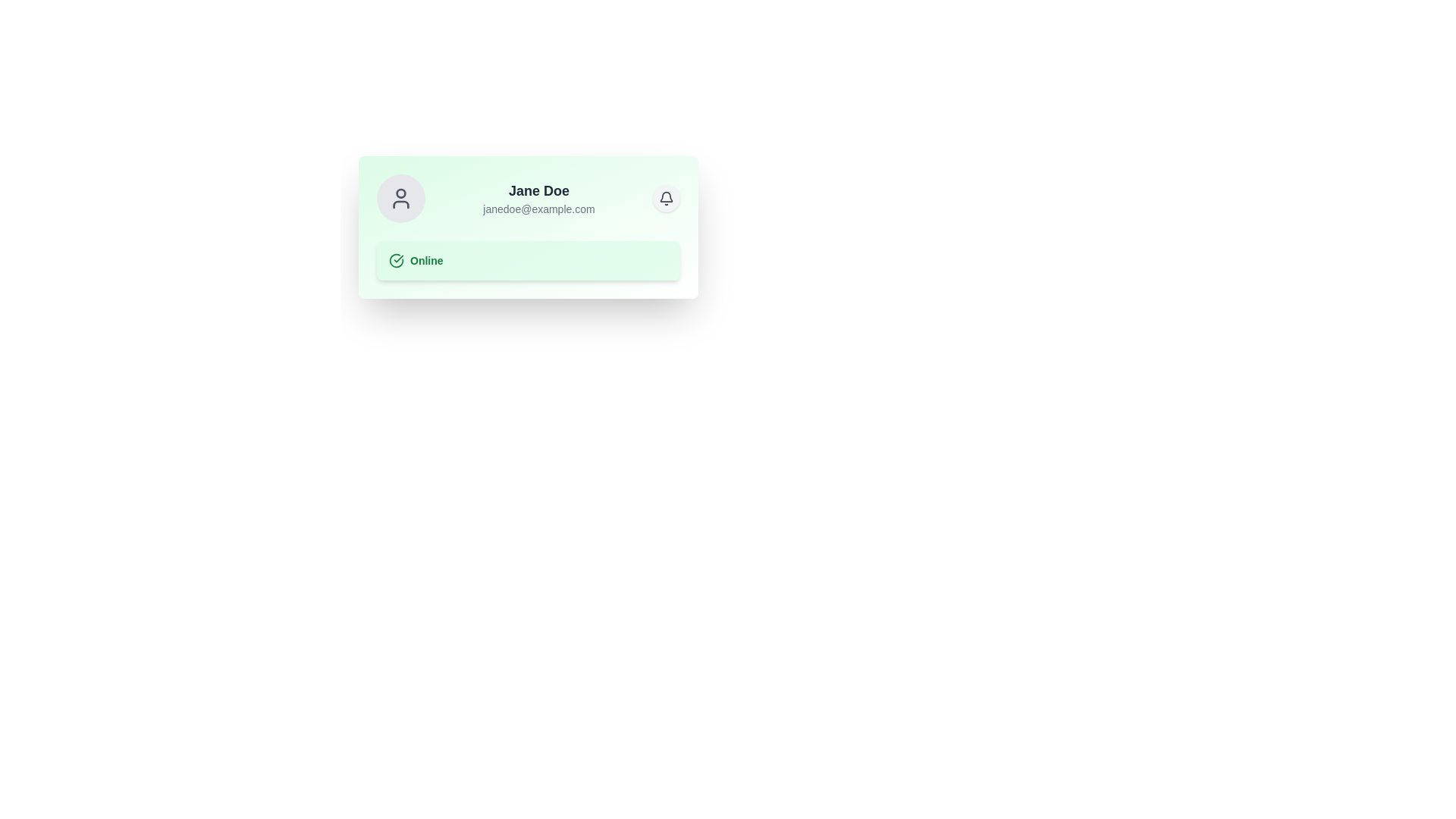  I want to click on the user profile icon located in the upper-left section of the user information card, which serves as a visual representation of the user's identity, so click(400, 198).